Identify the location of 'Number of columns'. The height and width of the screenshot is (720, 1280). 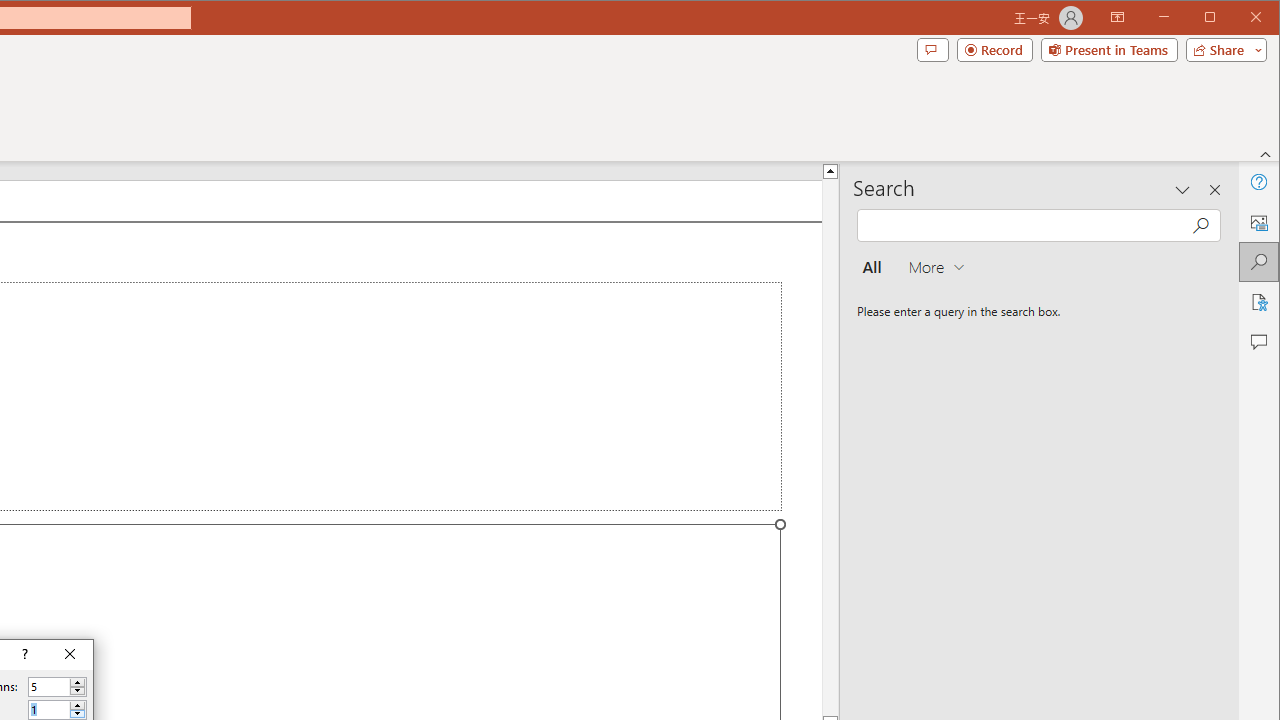
(49, 686).